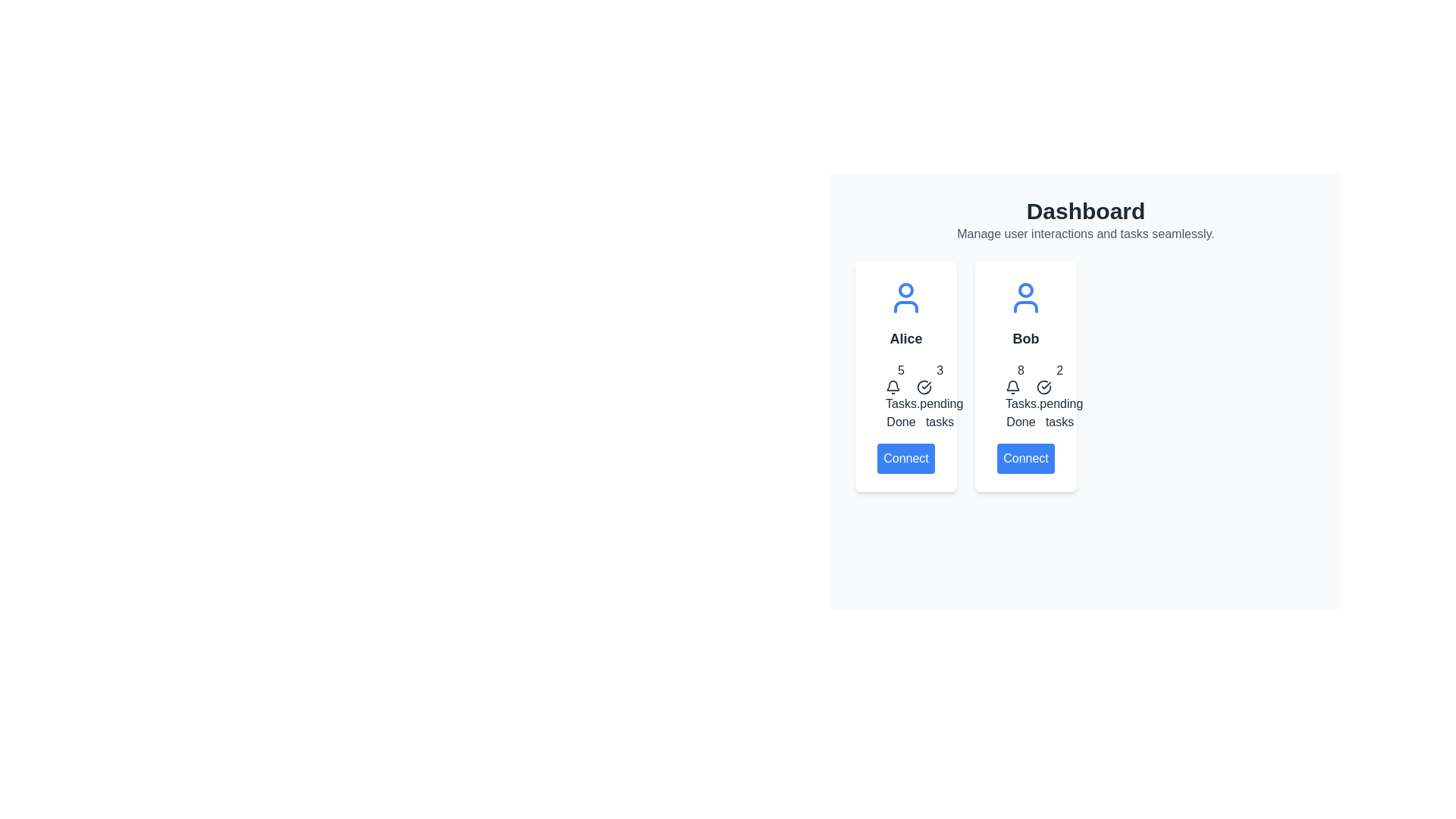 The image size is (1456, 819). Describe the element at coordinates (1026, 298) in the screenshot. I see `the user icon silhouette with a blue outline, located at the top-center of the card labeled 'Bob' in the dashboard layout` at that location.